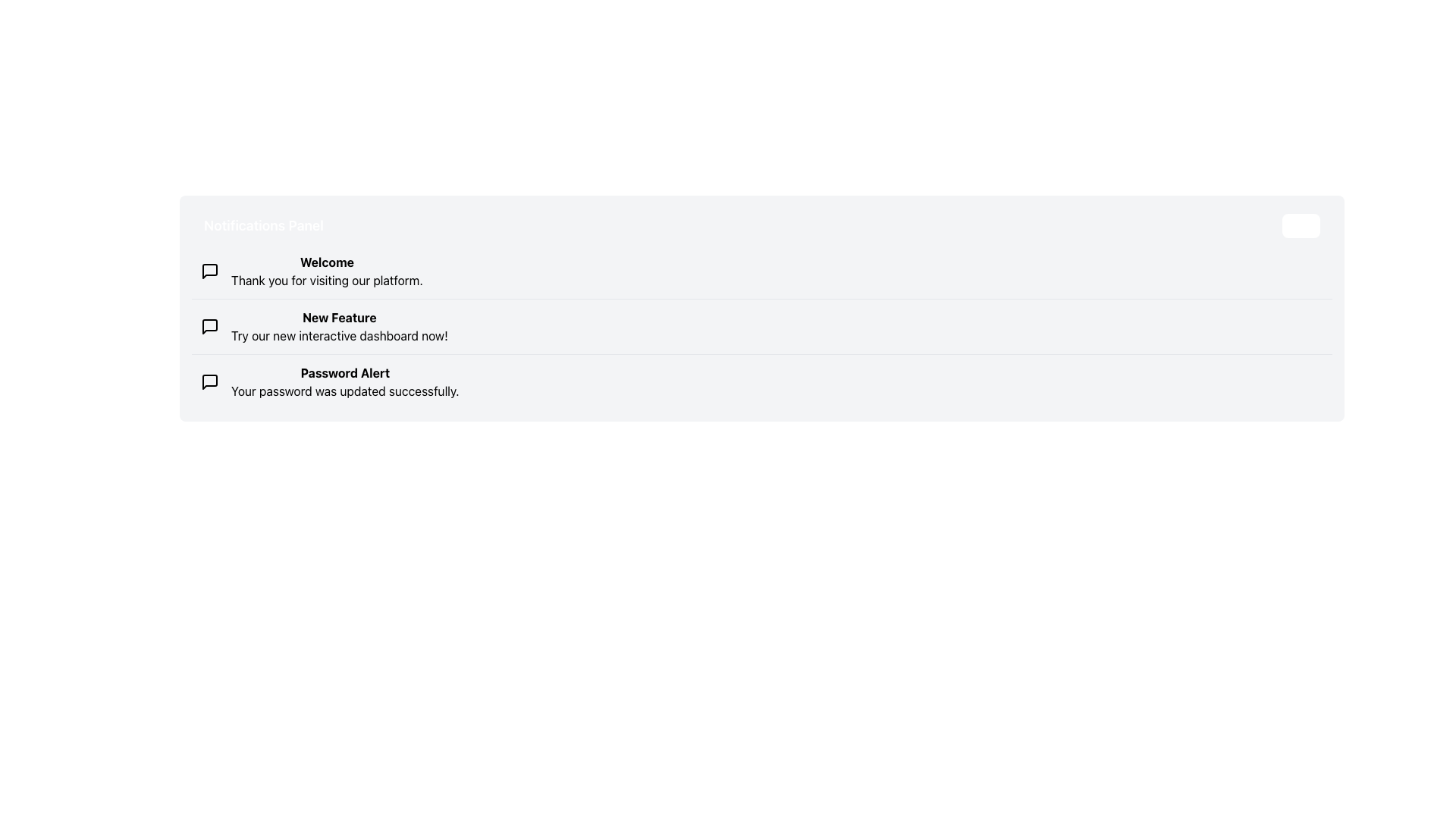 Image resolution: width=1456 pixels, height=819 pixels. What do you see at coordinates (338, 335) in the screenshot?
I see `the text element that reads 'Try our new interactive dashboard now!', which is located below the bolded heading 'New Feature'` at bounding box center [338, 335].